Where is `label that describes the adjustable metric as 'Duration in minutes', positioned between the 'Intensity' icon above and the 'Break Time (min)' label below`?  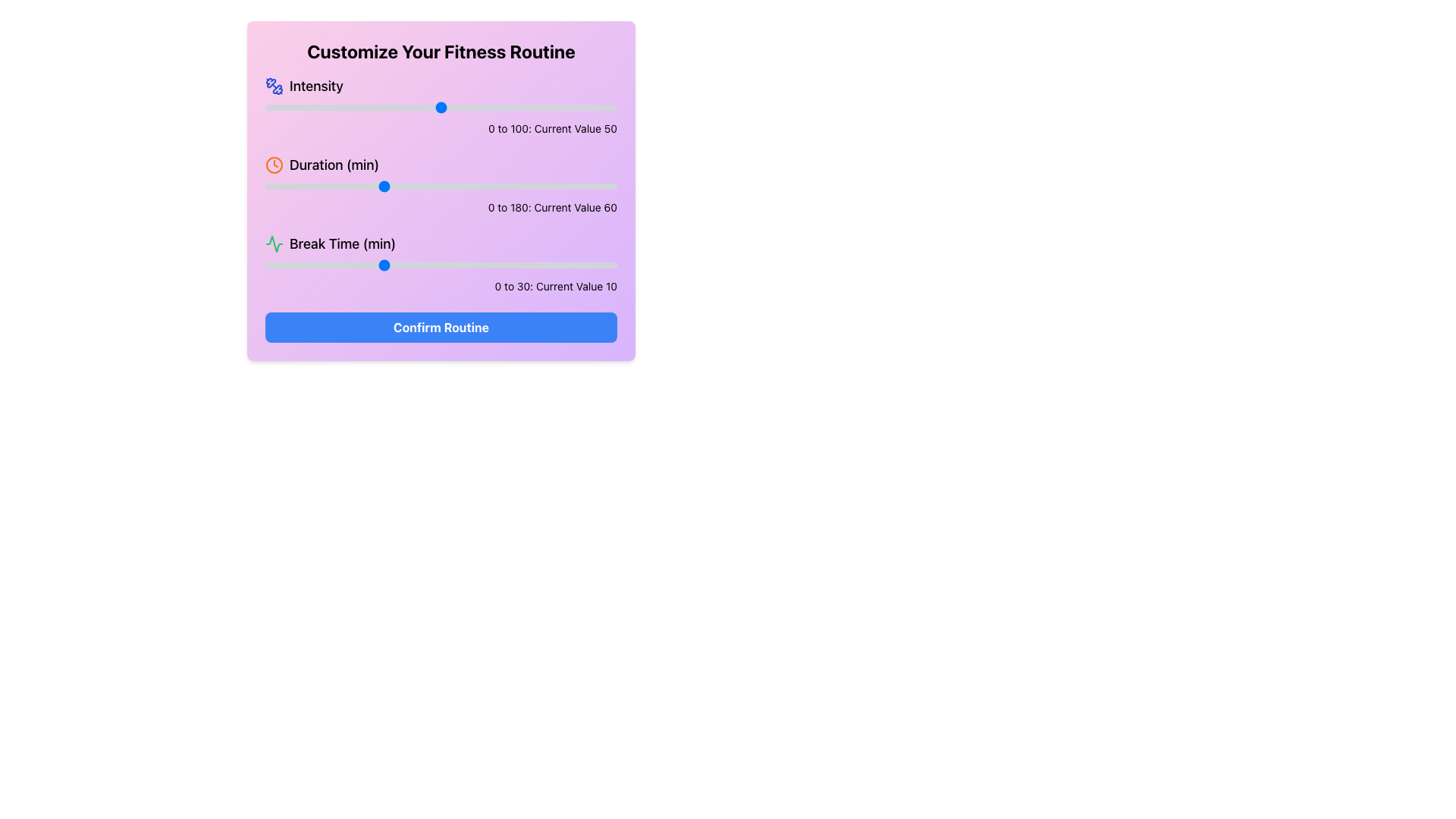
label that describes the adjustable metric as 'Duration in minutes', positioned between the 'Intensity' icon above and the 'Break Time (min)' label below is located at coordinates (334, 165).